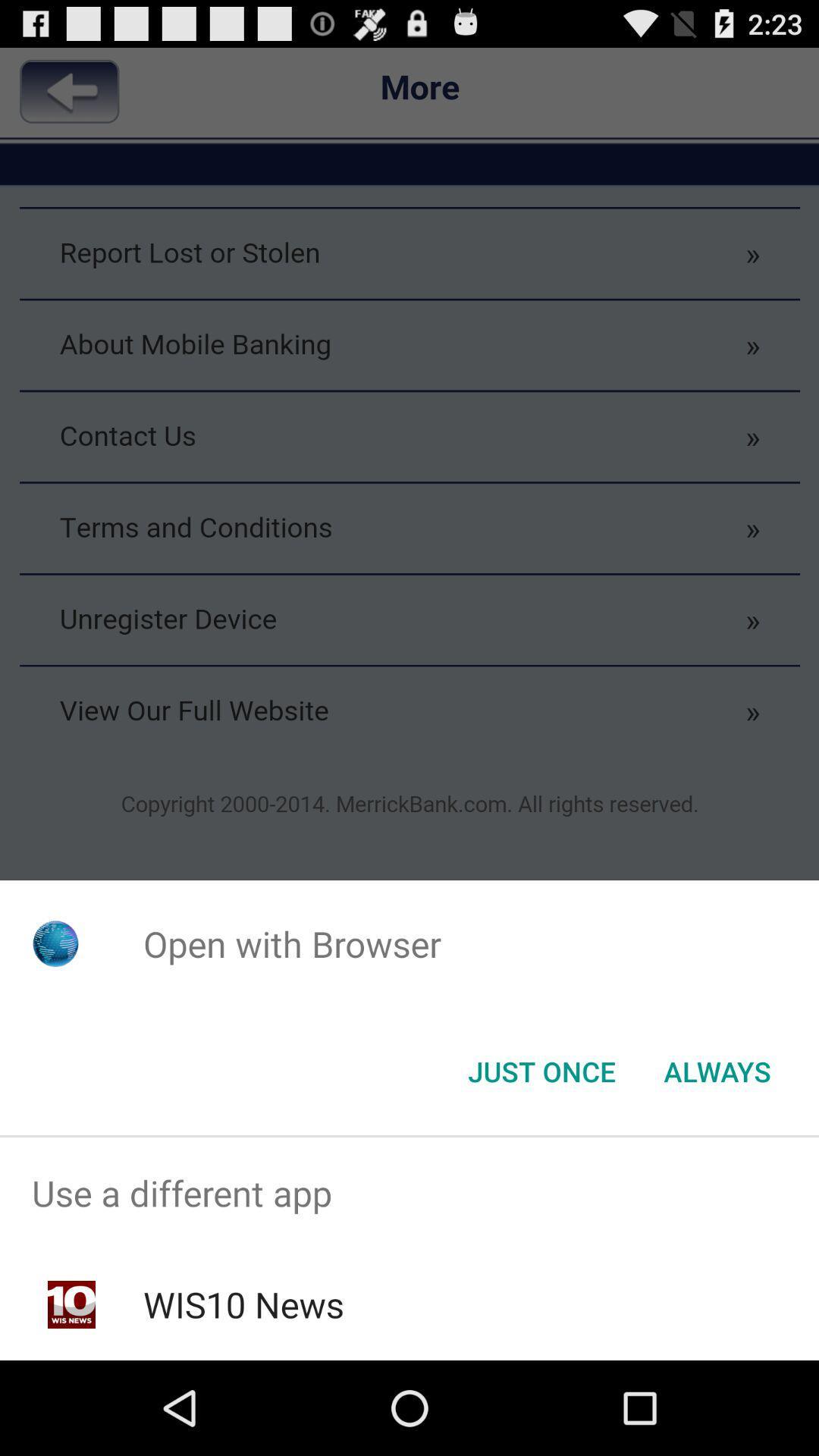 The width and height of the screenshot is (819, 1456). Describe the element at coordinates (409, 1192) in the screenshot. I see `the item above the wis10 news app` at that location.